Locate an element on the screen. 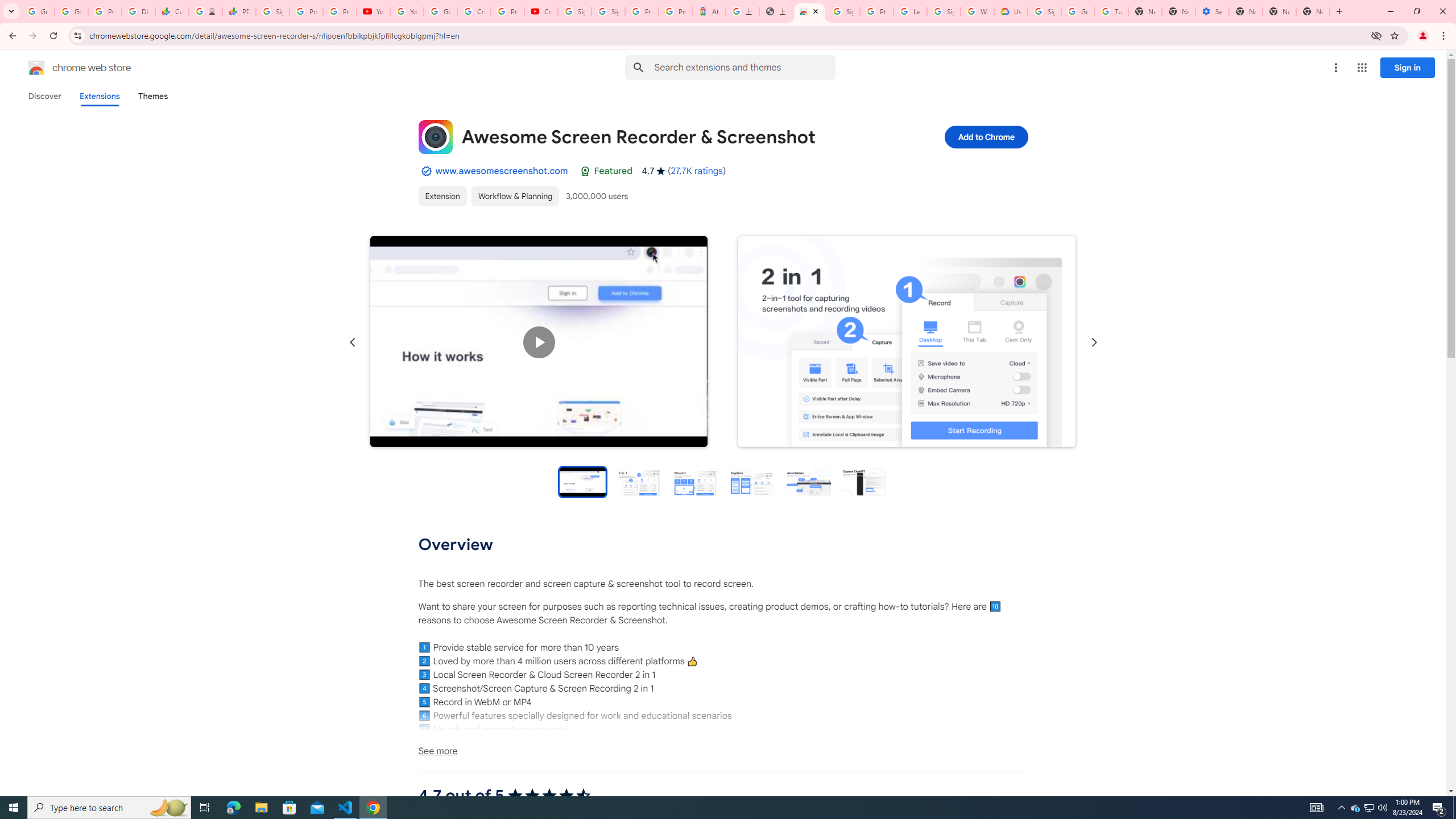 This screenshot has height=819, width=1456. 'Item logo image for Awesome Screen Recorder & Screenshot' is located at coordinates (435, 137).